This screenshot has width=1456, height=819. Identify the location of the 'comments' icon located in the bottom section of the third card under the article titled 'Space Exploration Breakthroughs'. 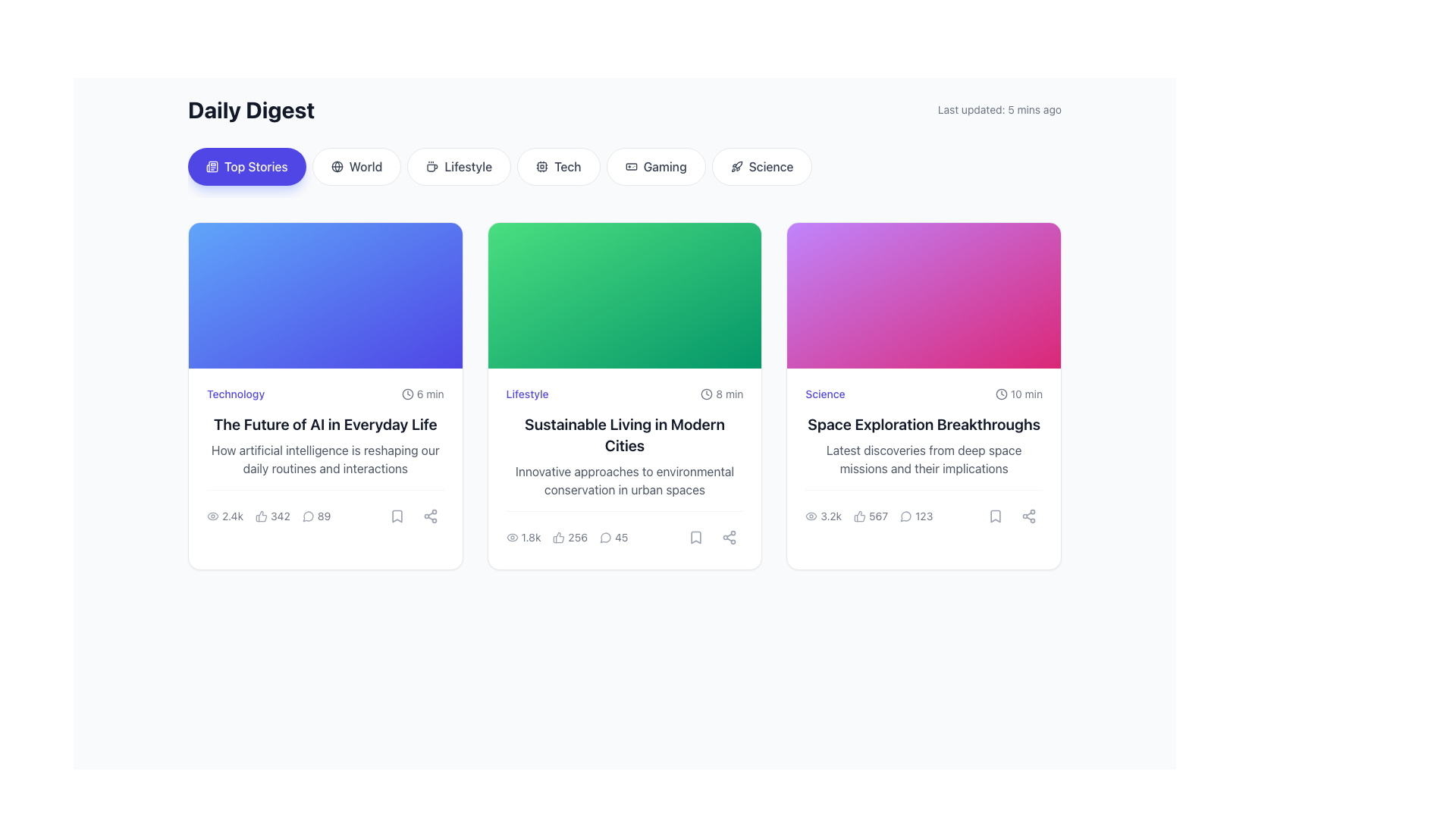
(906, 516).